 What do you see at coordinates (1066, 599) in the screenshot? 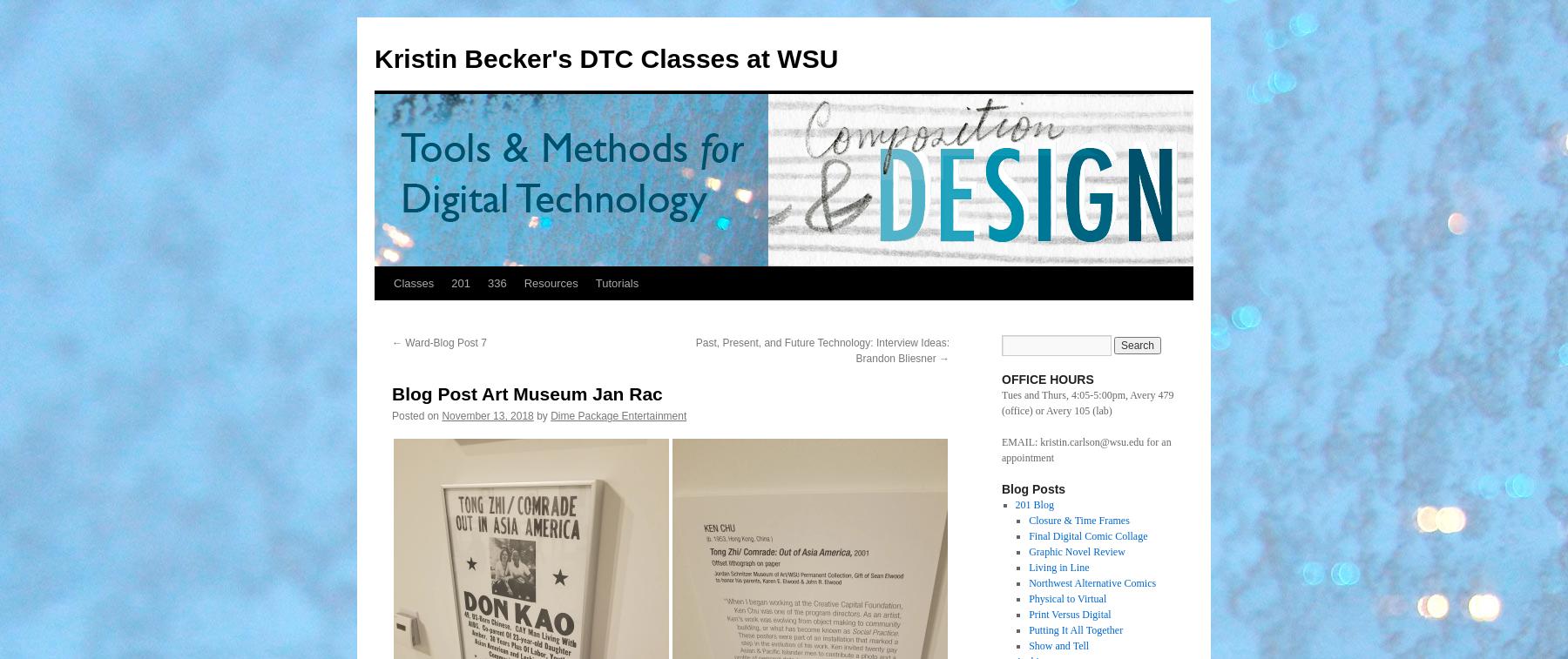
I see `'Physical to Virtual'` at bounding box center [1066, 599].